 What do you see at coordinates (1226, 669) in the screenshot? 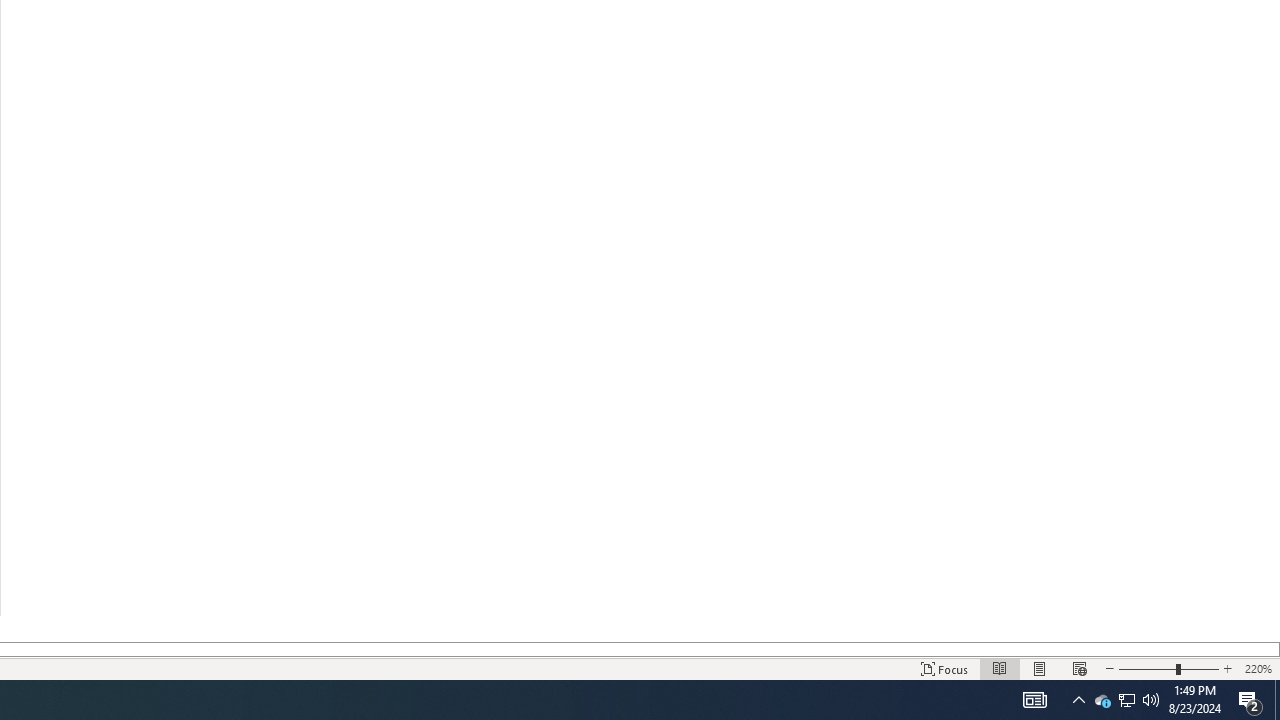
I see `'Increase Text Size'` at bounding box center [1226, 669].